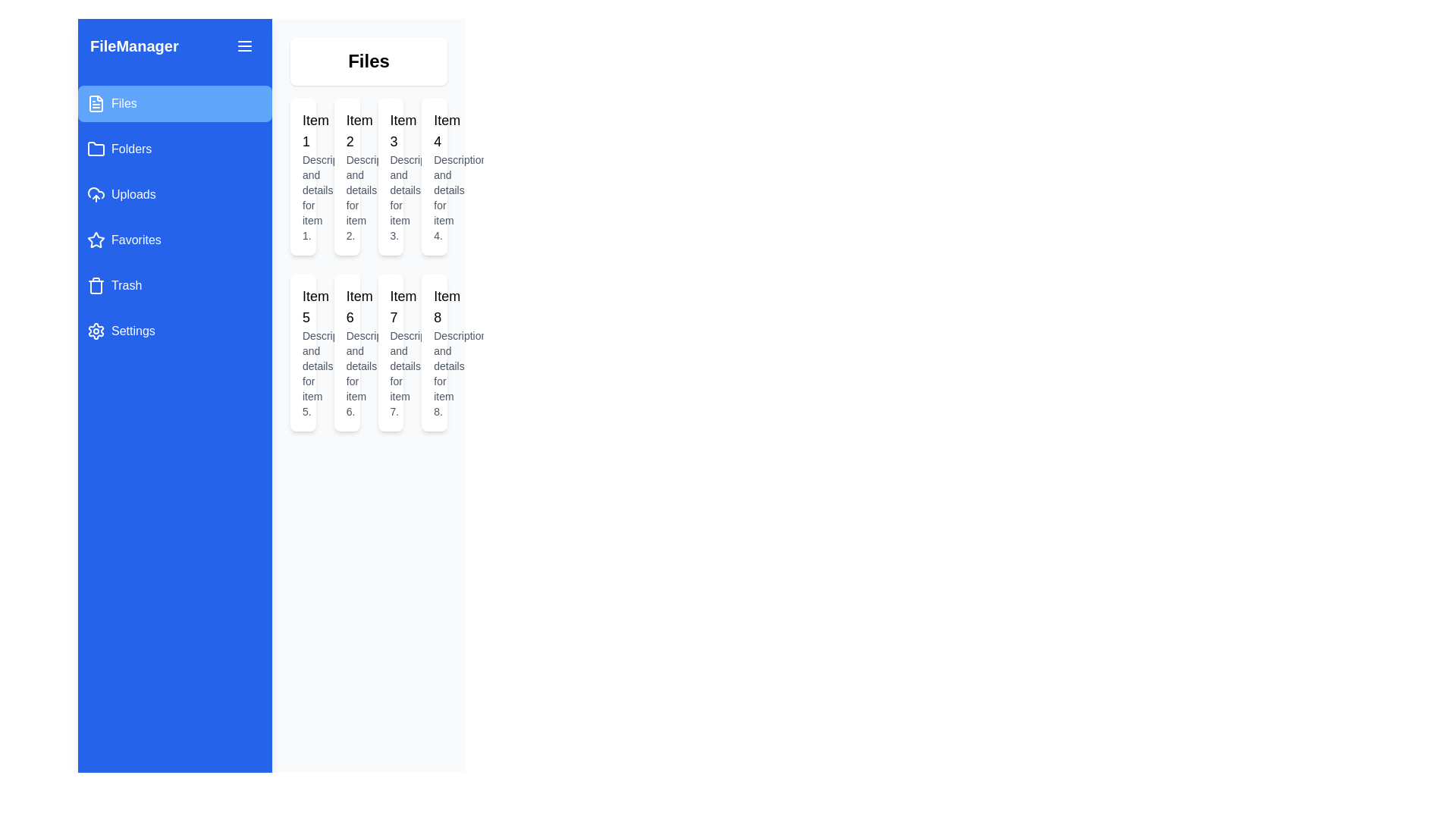 The width and height of the screenshot is (1456, 819). What do you see at coordinates (303, 197) in the screenshot?
I see `the Text label that provides additional information about 'Item 1', positioned below the title 'Item 1' within the first card of the grid layout in the 'Files' section` at bounding box center [303, 197].